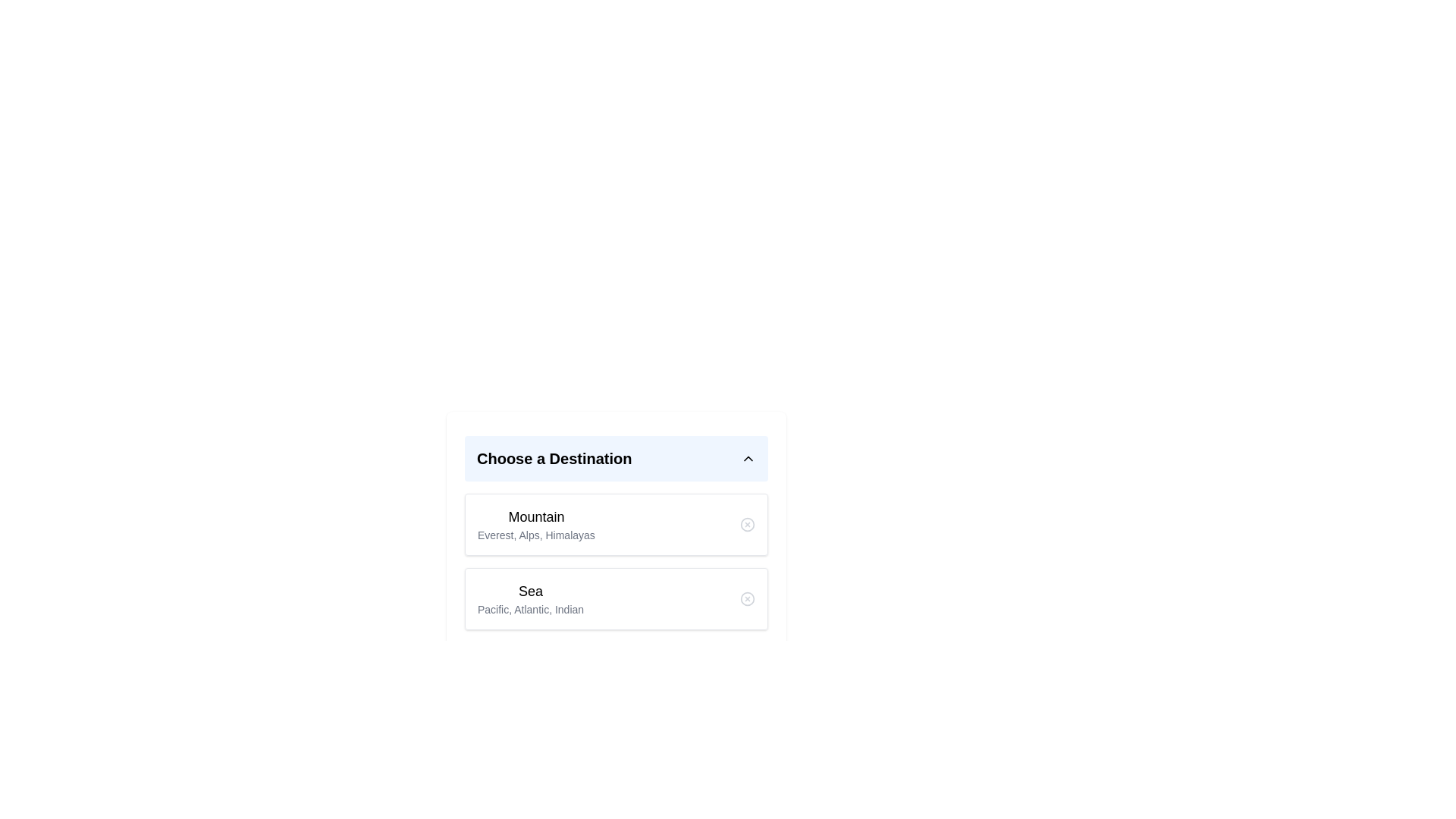 Image resolution: width=1456 pixels, height=819 pixels. What do you see at coordinates (531, 590) in the screenshot?
I see `the text label displaying 'Sea', which is the title of the second item in the 'Choose a Destination' card list, positioned below the 'Mountain' card` at bounding box center [531, 590].